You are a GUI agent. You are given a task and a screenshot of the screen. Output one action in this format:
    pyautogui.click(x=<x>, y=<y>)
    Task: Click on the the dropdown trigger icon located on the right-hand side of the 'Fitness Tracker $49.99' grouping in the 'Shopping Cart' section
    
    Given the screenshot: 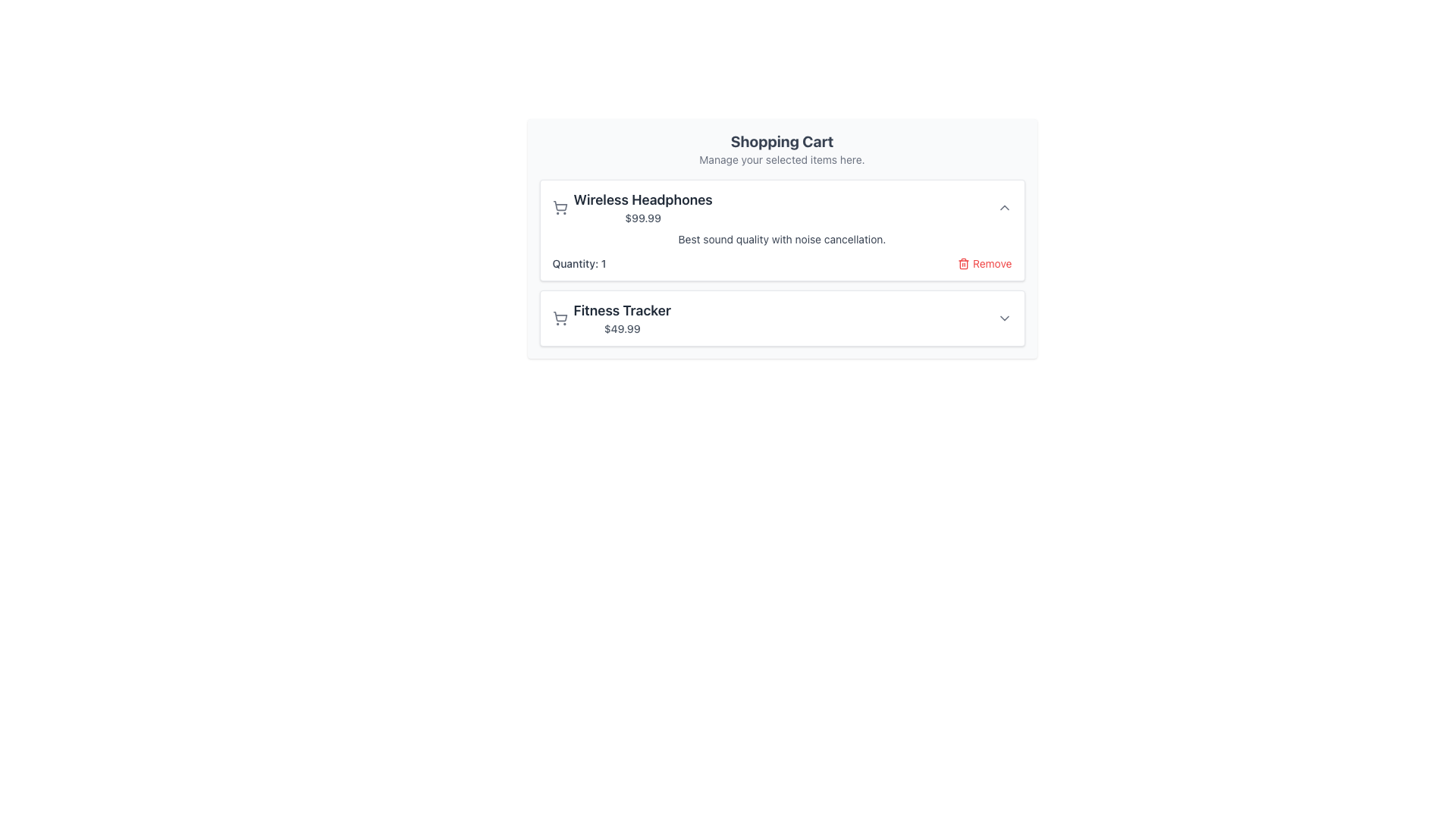 What is the action you would take?
    pyautogui.click(x=1004, y=318)
    